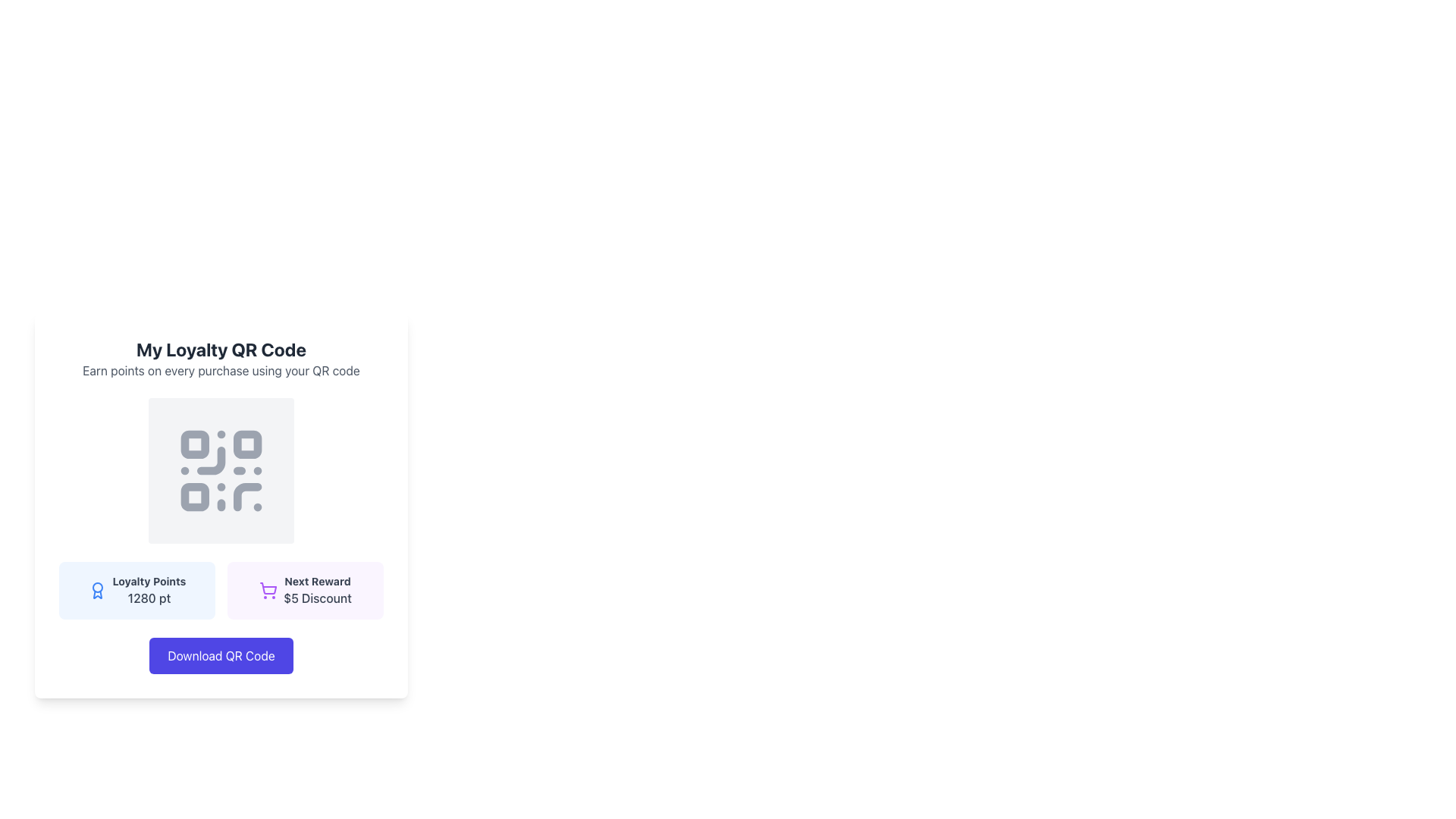  What do you see at coordinates (221, 470) in the screenshot?
I see `the QR code image that is centered beneath the text 'My Loyalty QR Code' and above the loyalty point detail buttons` at bounding box center [221, 470].